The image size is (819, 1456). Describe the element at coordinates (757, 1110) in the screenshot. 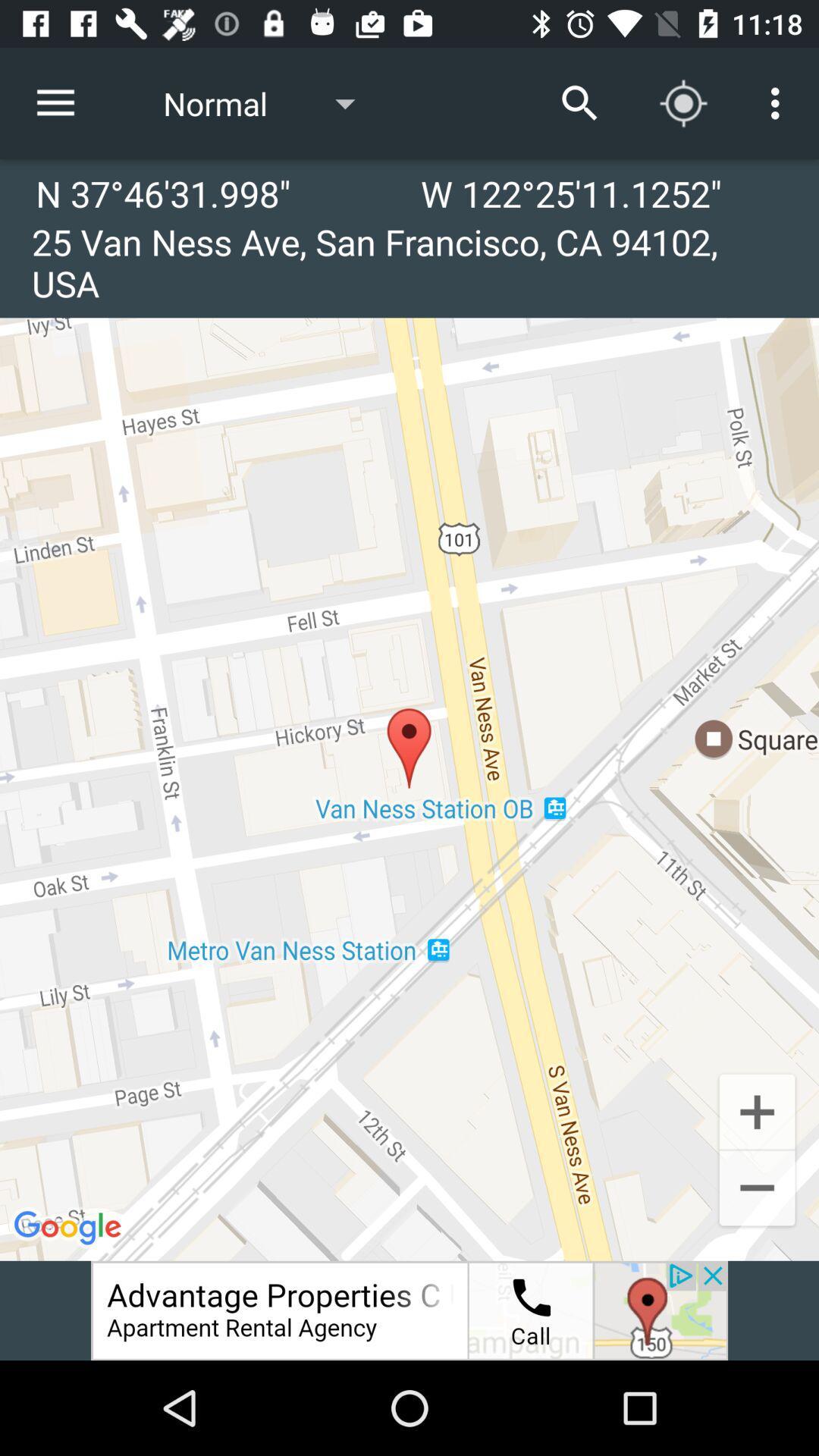

I see `the add icon` at that location.